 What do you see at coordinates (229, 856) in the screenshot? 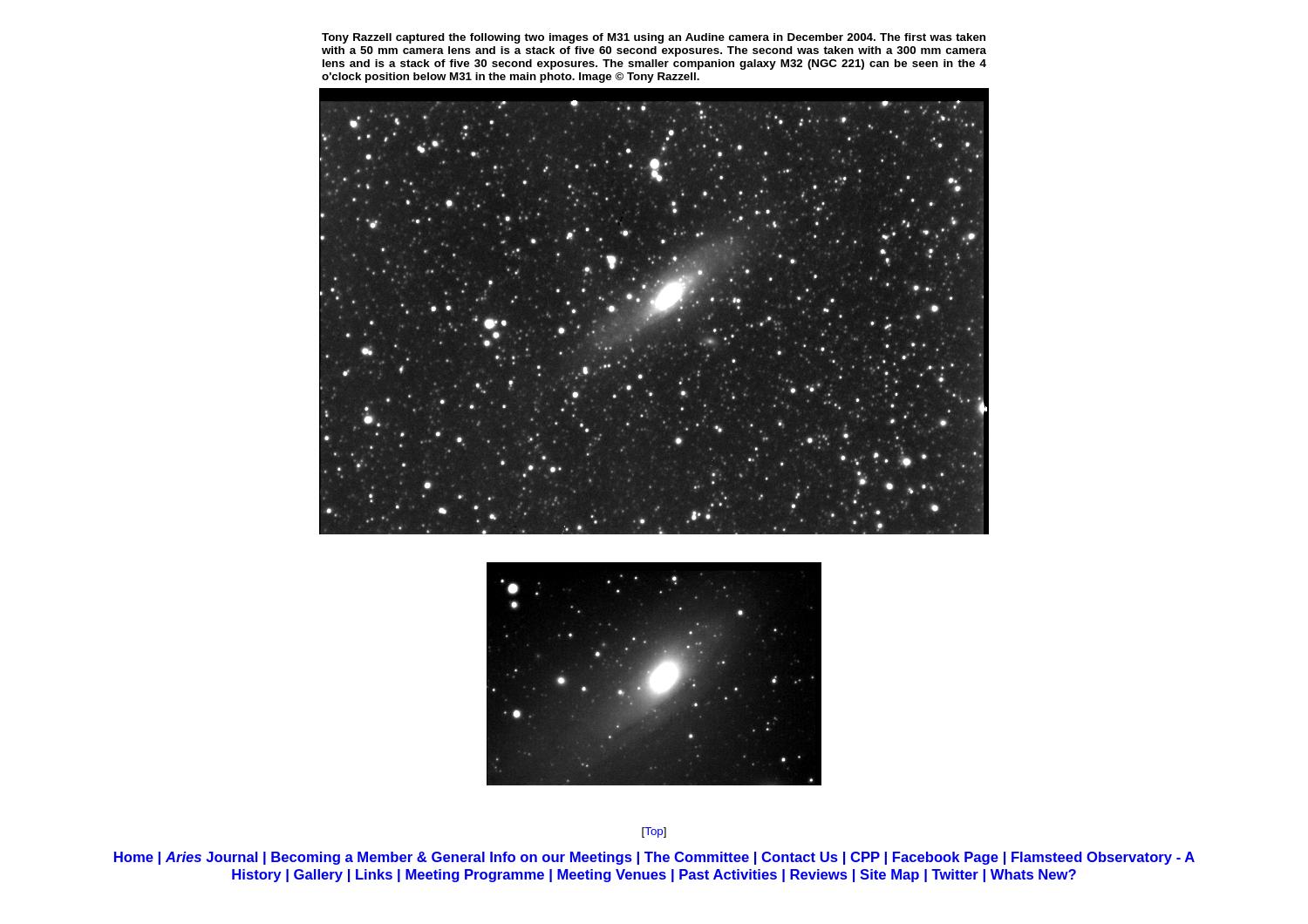
I see `'Journal'` at bounding box center [229, 856].